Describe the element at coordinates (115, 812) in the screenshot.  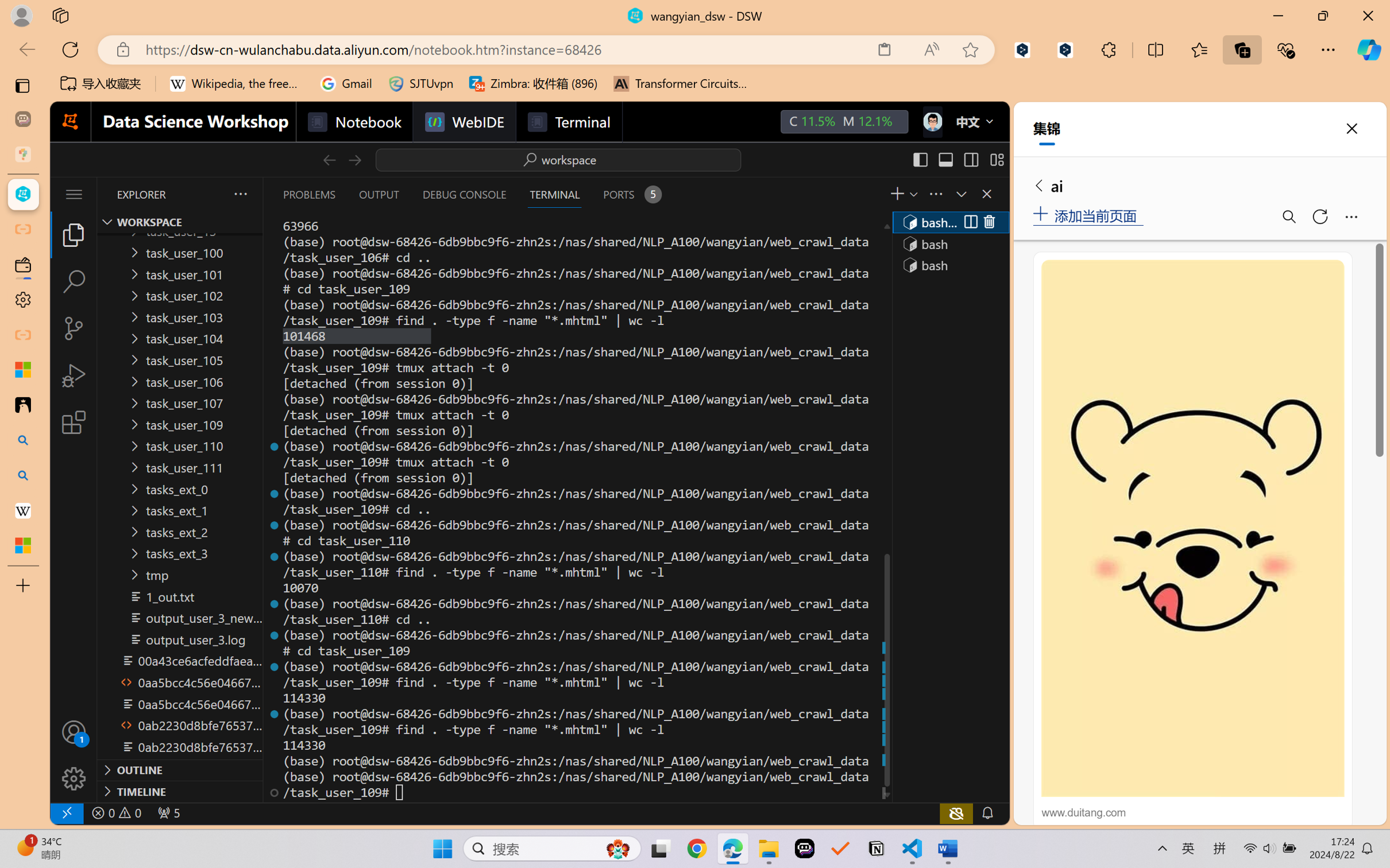
I see `'No Problems'` at that location.